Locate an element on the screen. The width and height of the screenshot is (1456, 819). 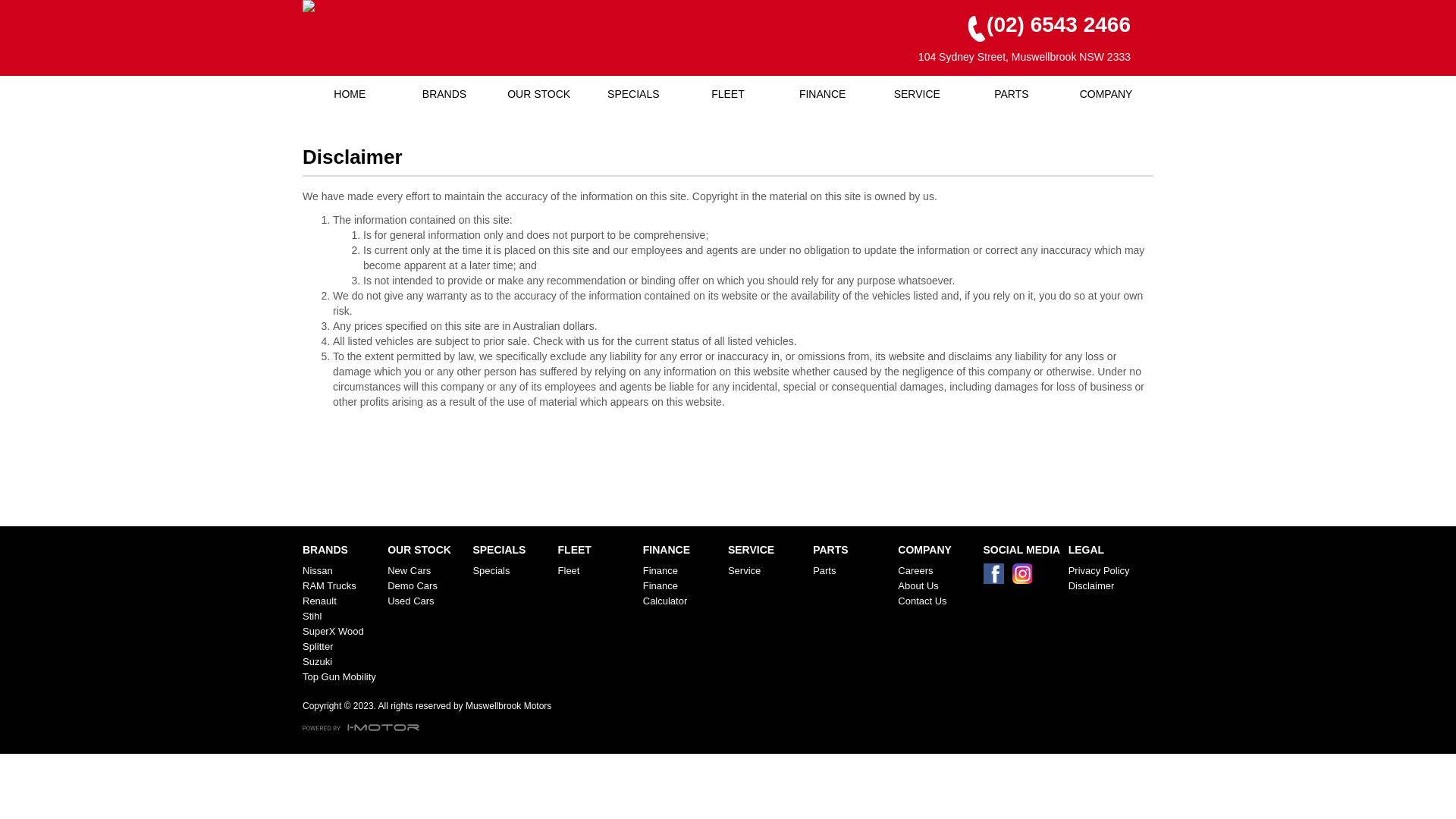
'Specials' is located at coordinates (512, 570).